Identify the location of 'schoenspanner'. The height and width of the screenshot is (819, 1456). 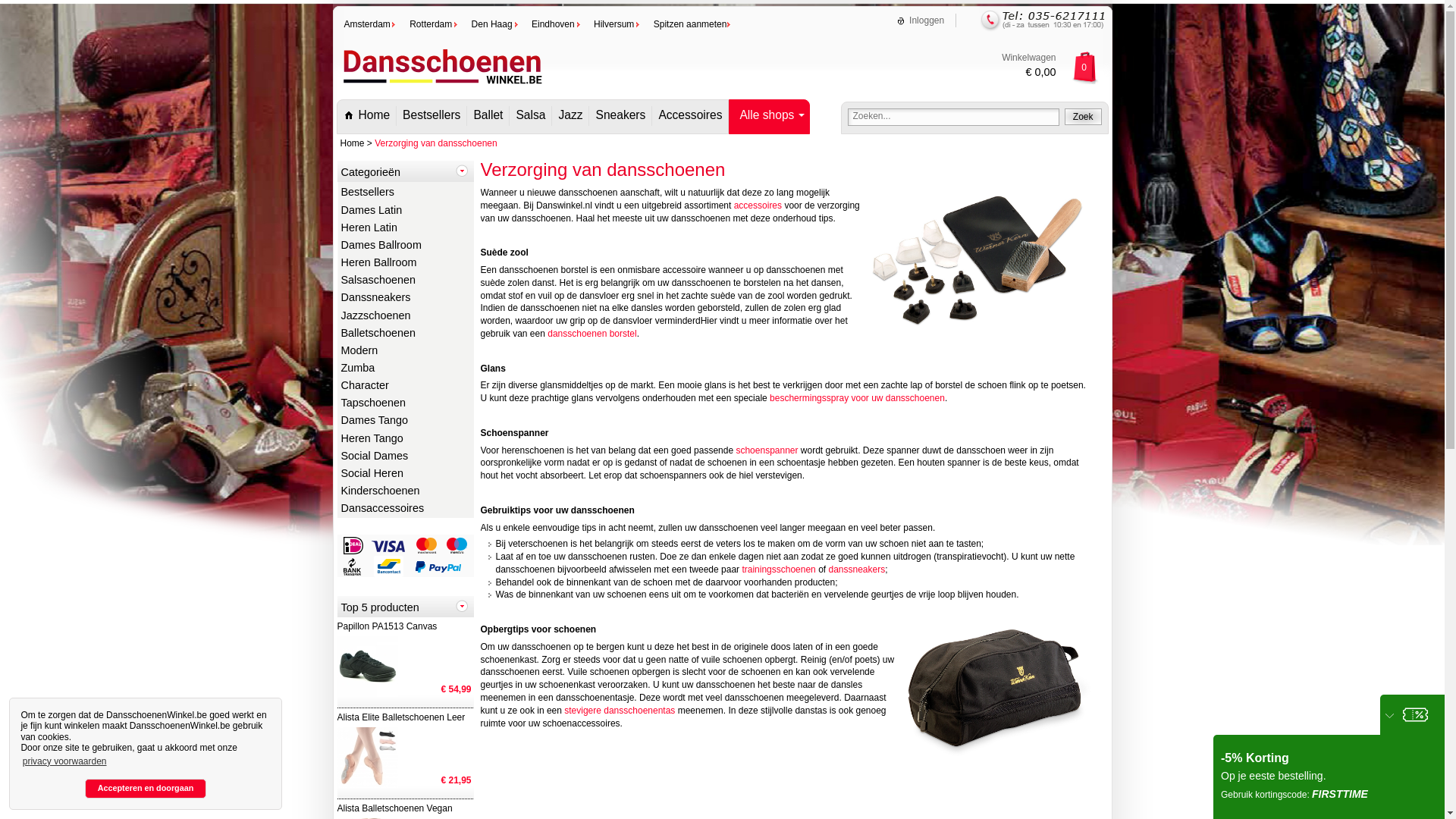
(767, 450).